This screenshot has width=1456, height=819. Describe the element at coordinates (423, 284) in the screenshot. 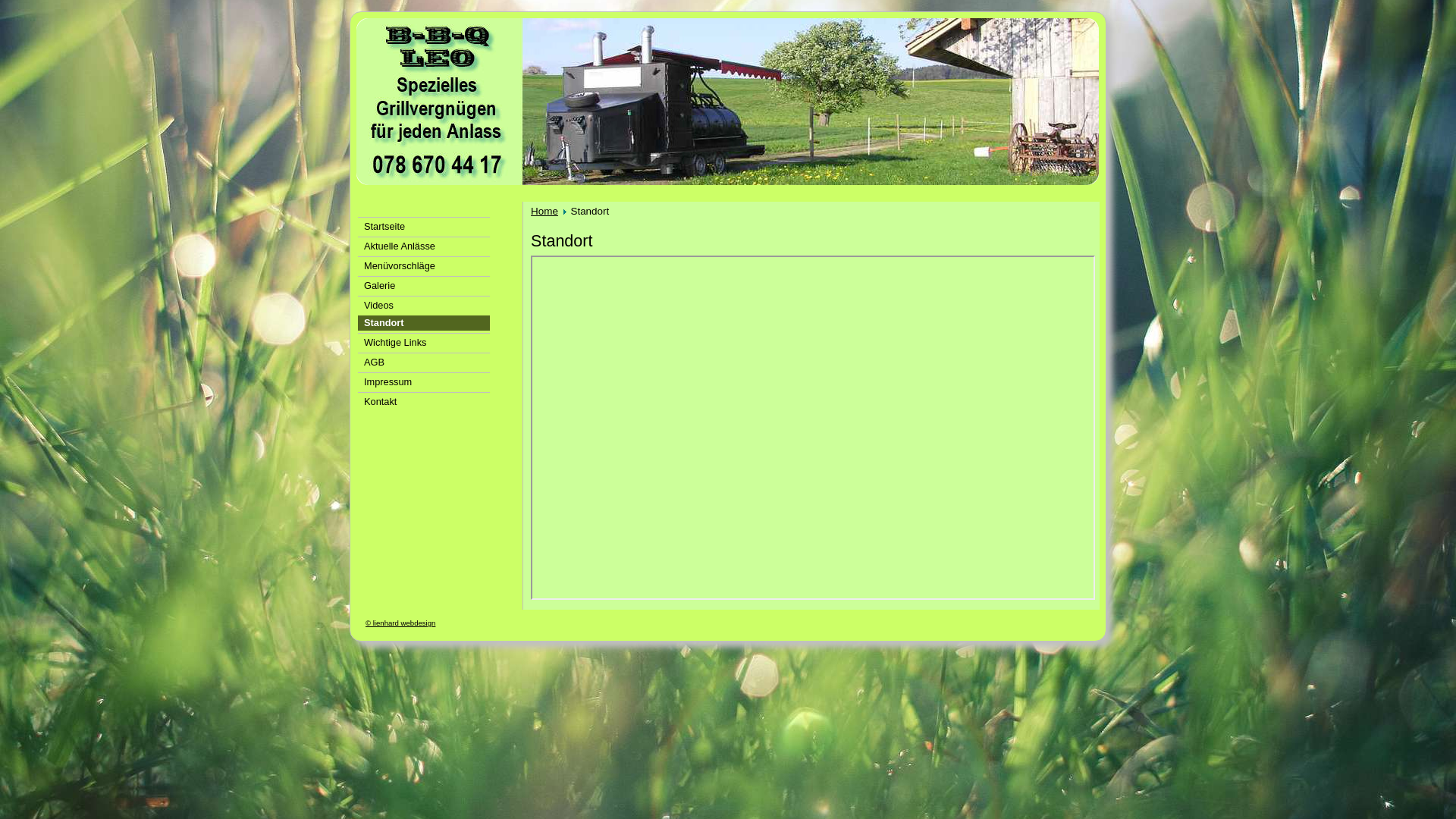

I see `'Galerie'` at that location.